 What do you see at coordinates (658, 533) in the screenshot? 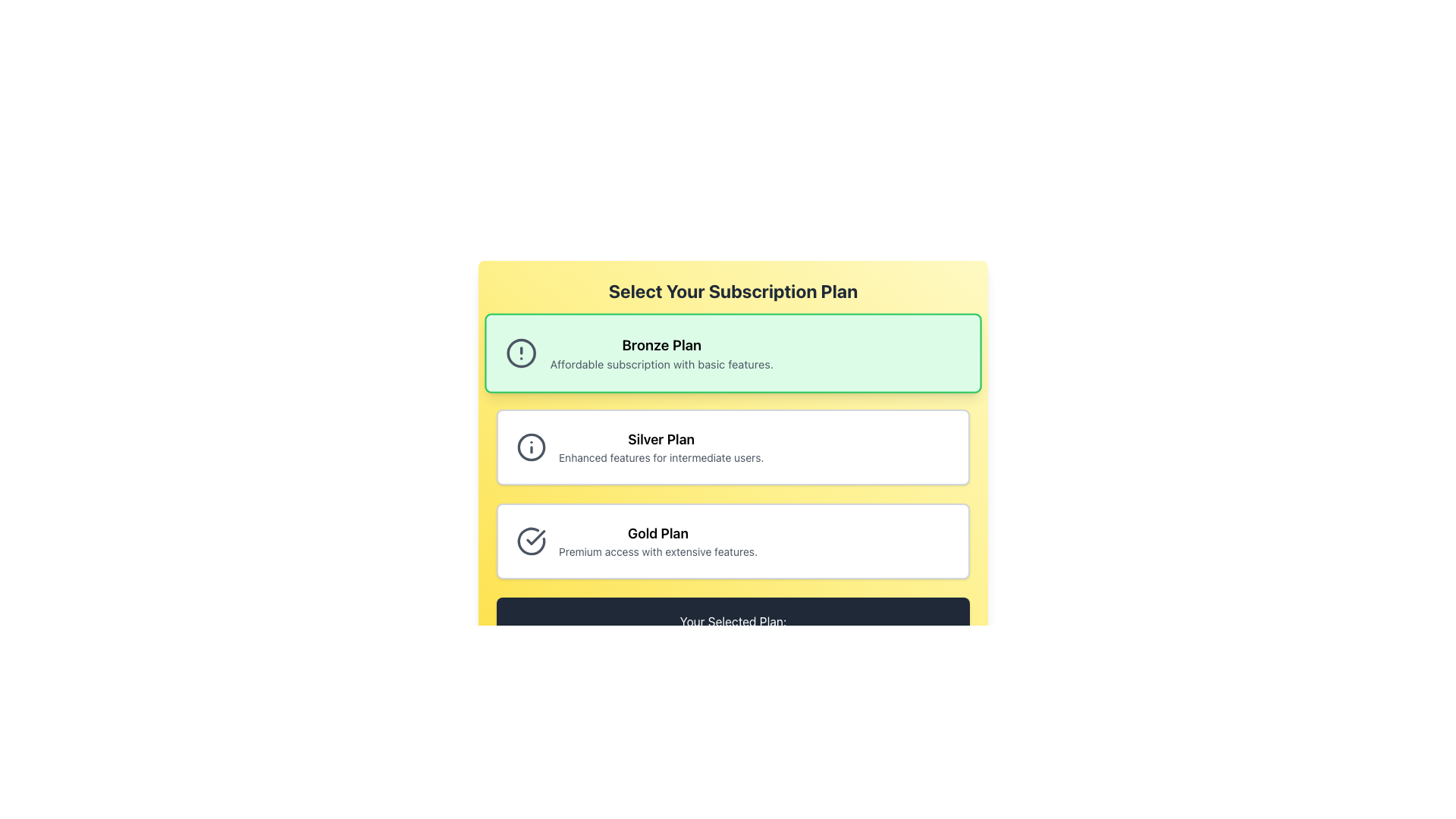
I see `the text label indicating the 'Gold Plan' subscription option, which is located in the center of the third option block, positioned below the 'Silver Plan' and above 'Your Selected Plan'` at bounding box center [658, 533].